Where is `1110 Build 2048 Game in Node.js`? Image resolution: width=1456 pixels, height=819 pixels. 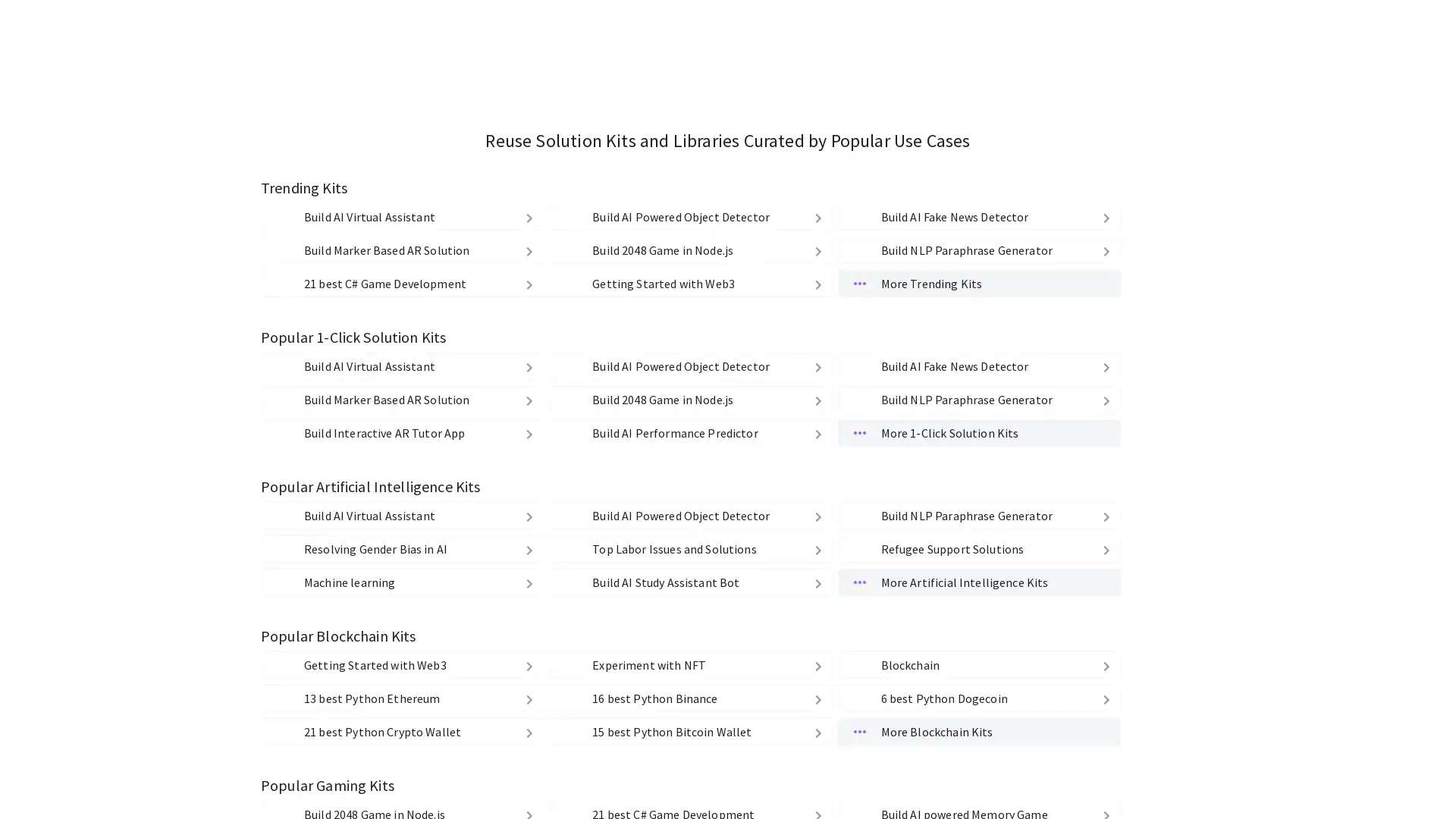 1110 Build 2048 Game in Node.js is located at coordinates (689, 631).